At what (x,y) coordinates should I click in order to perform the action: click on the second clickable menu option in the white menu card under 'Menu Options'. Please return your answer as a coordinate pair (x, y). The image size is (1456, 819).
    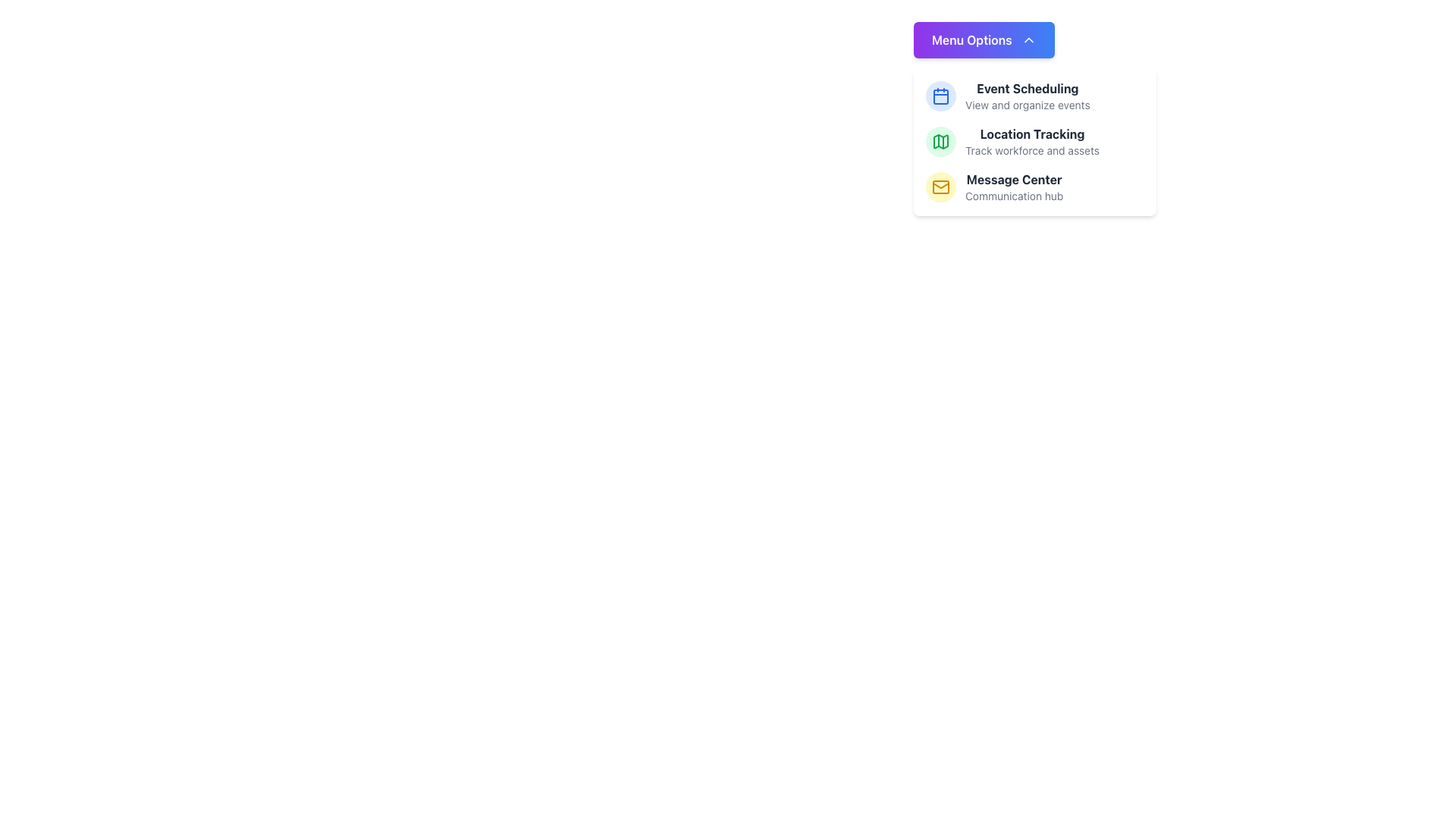
    Looking at the image, I should click on (1034, 141).